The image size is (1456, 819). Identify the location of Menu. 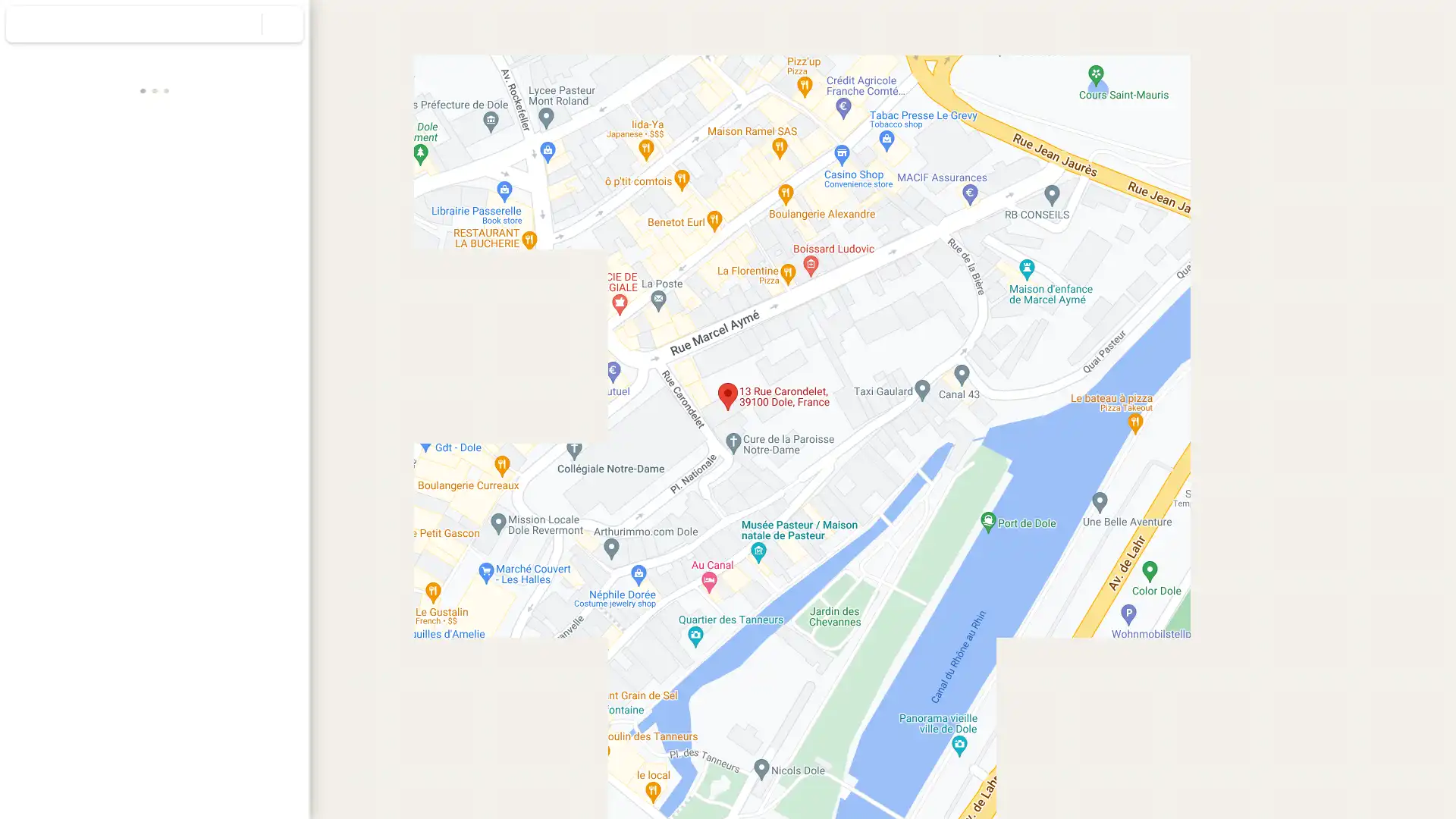
(27, 26).